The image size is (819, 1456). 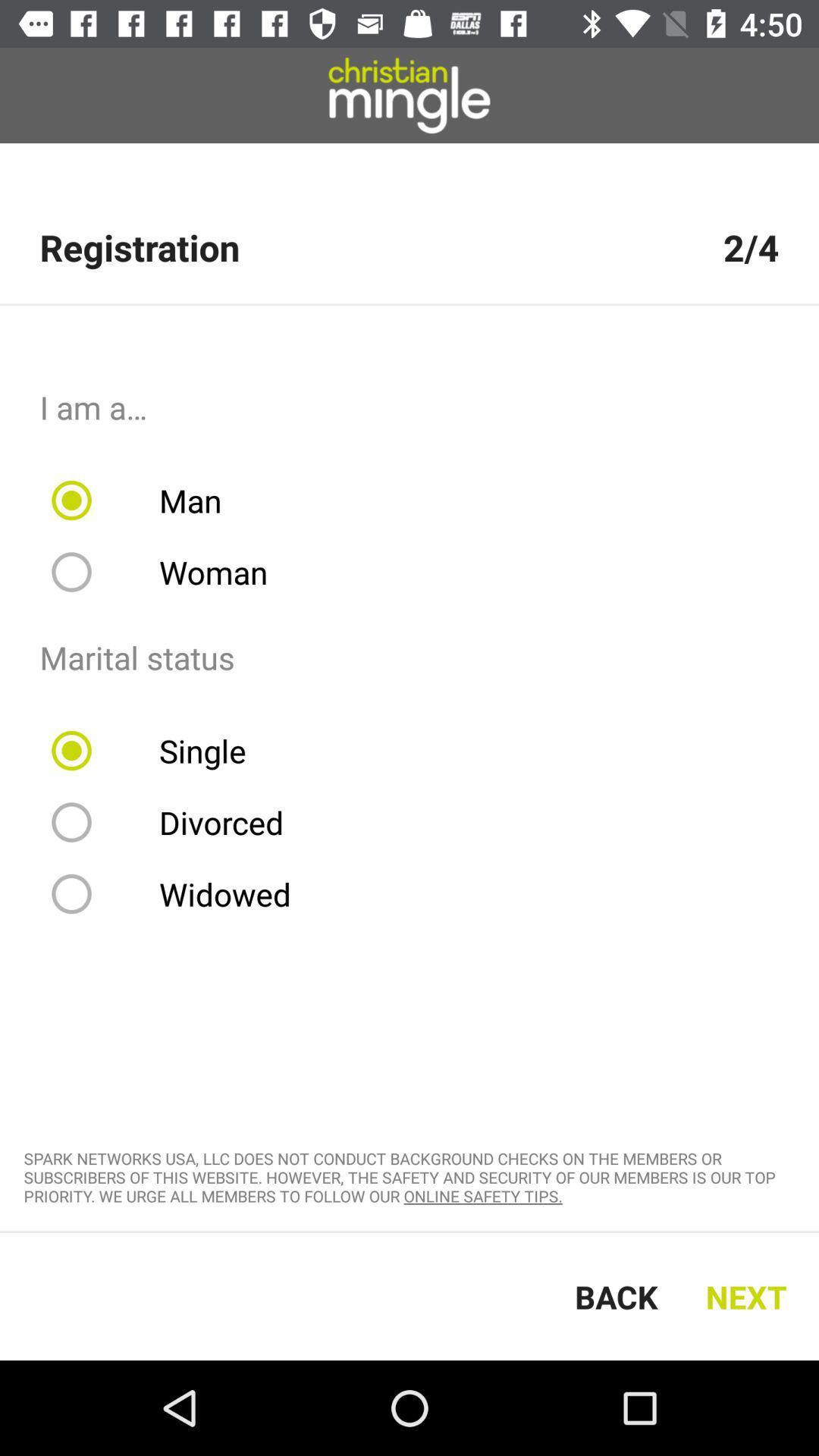 What do you see at coordinates (146, 500) in the screenshot?
I see `man` at bounding box center [146, 500].